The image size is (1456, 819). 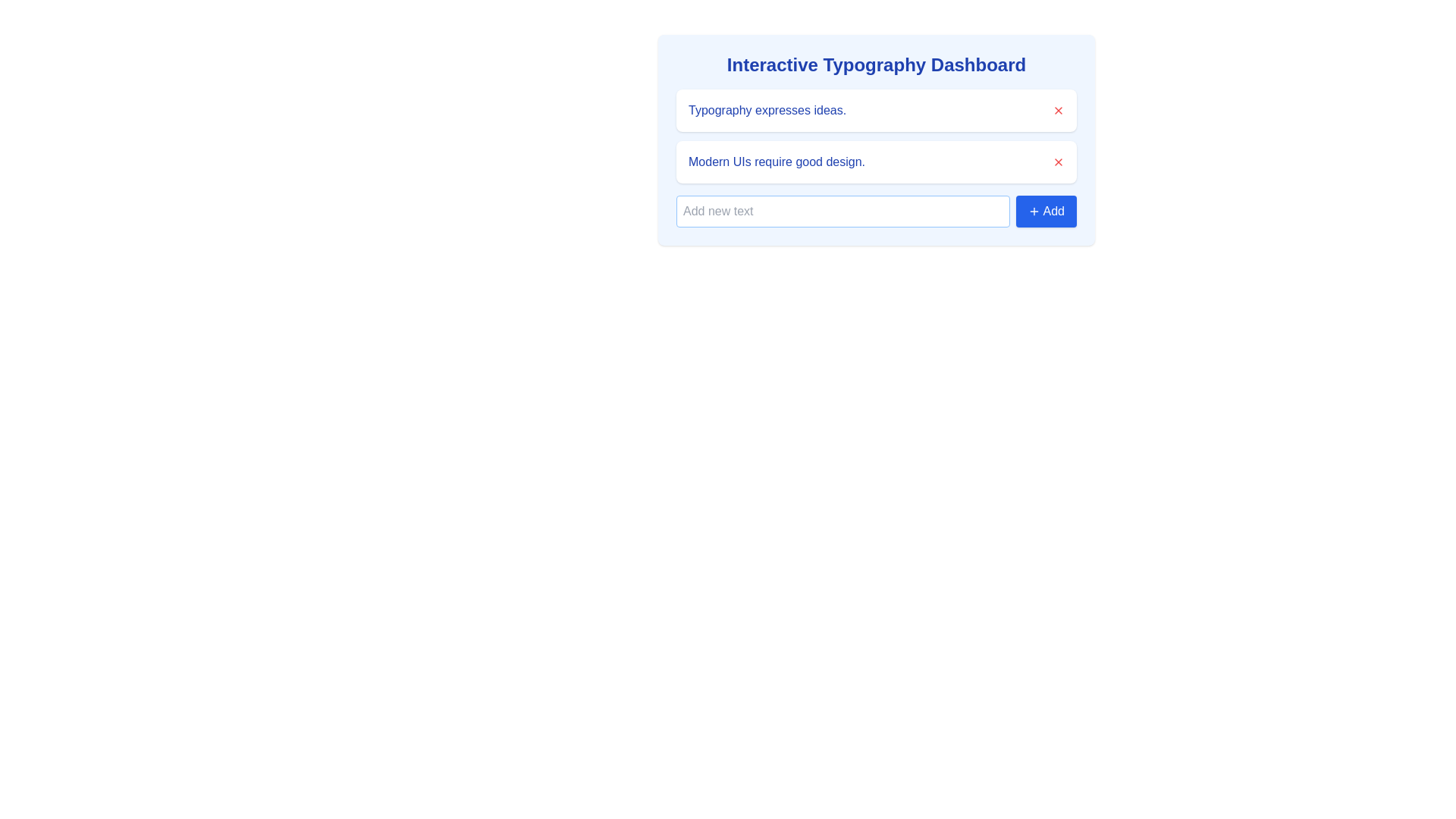 I want to click on the add button located to the right of the text input field in the 'Interactive Typography Dashboard' card layout, so click(x=1045, y=211).